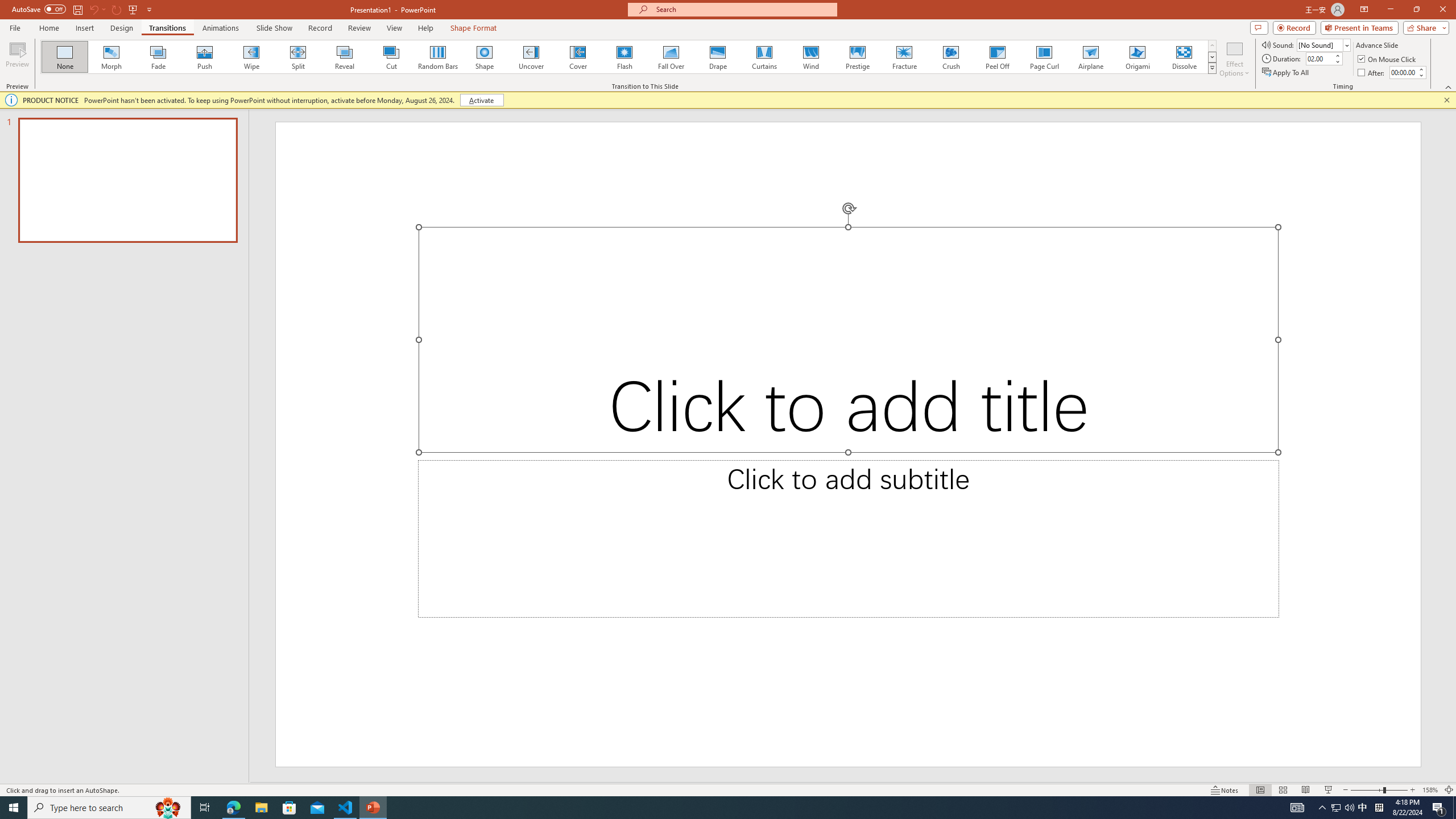 Image resolution: width=1456 pixels, height=819 pixels. What do you see at coordinates (1090, 56) in the screenshot?
I see `'Airplane'` at bounding box center [1090, 56].